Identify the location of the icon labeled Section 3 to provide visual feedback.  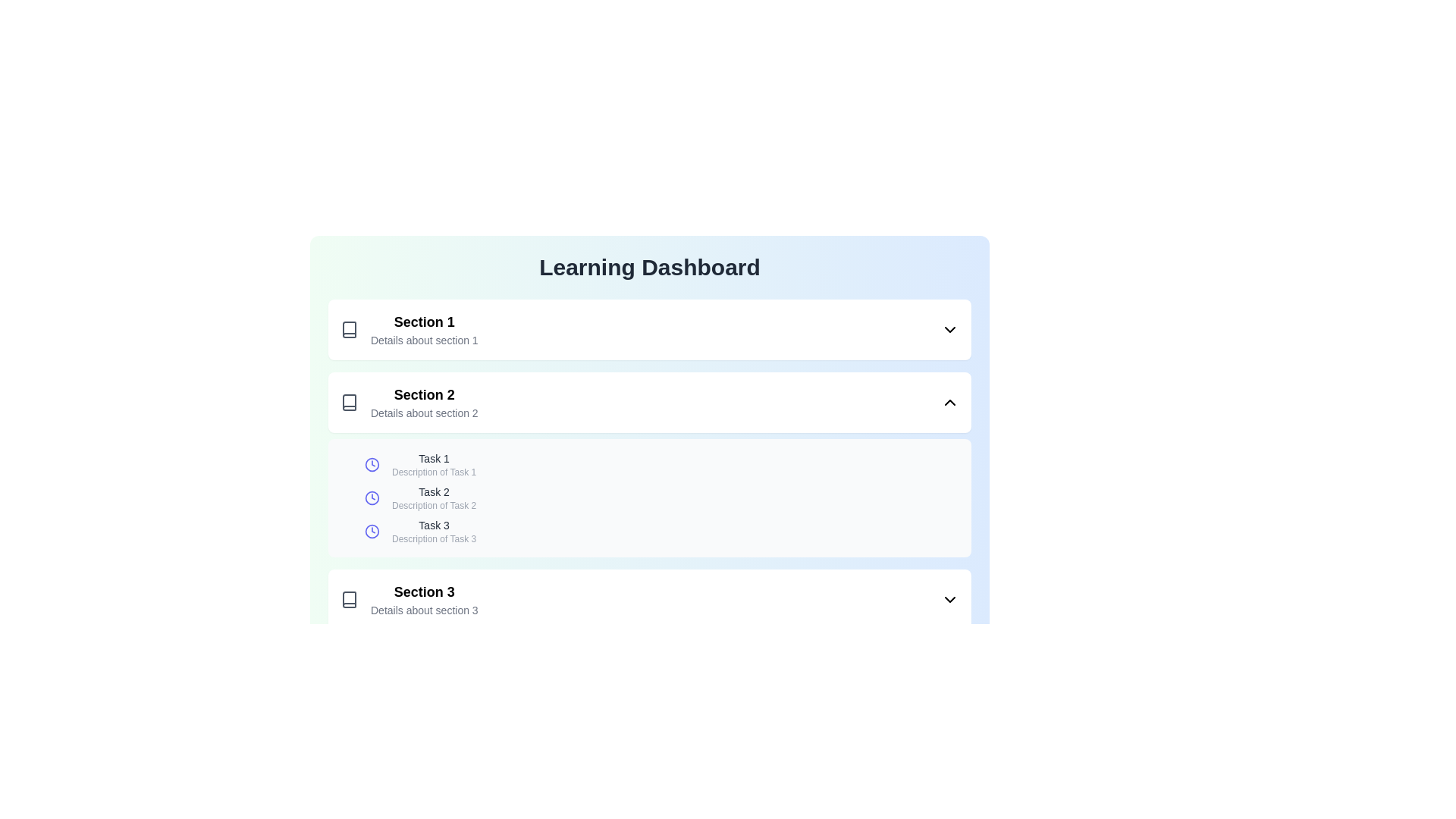
(348, 598).